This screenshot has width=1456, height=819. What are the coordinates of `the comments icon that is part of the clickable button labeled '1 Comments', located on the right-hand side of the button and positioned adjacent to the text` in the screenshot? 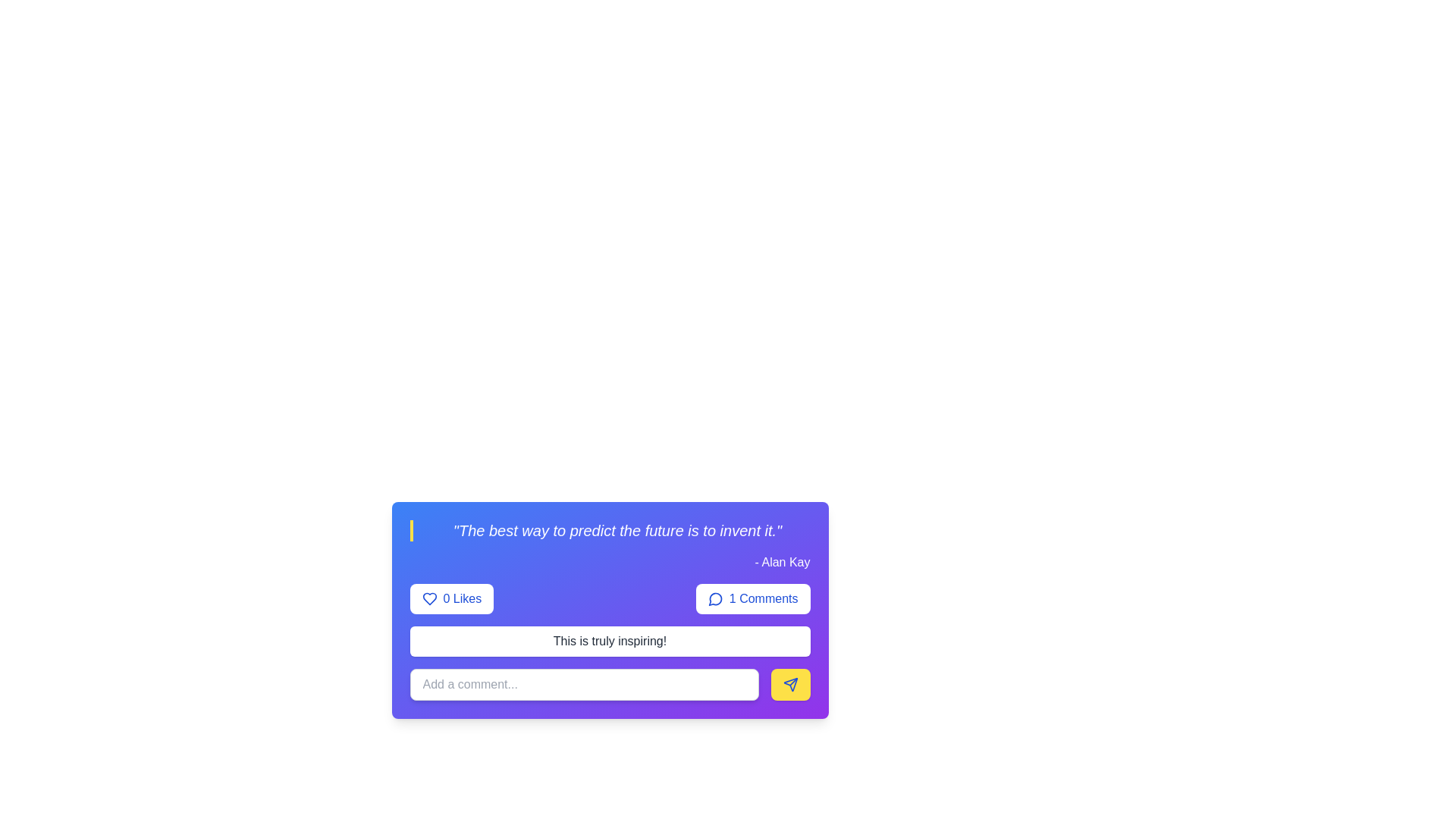 It's located at (714, 598).